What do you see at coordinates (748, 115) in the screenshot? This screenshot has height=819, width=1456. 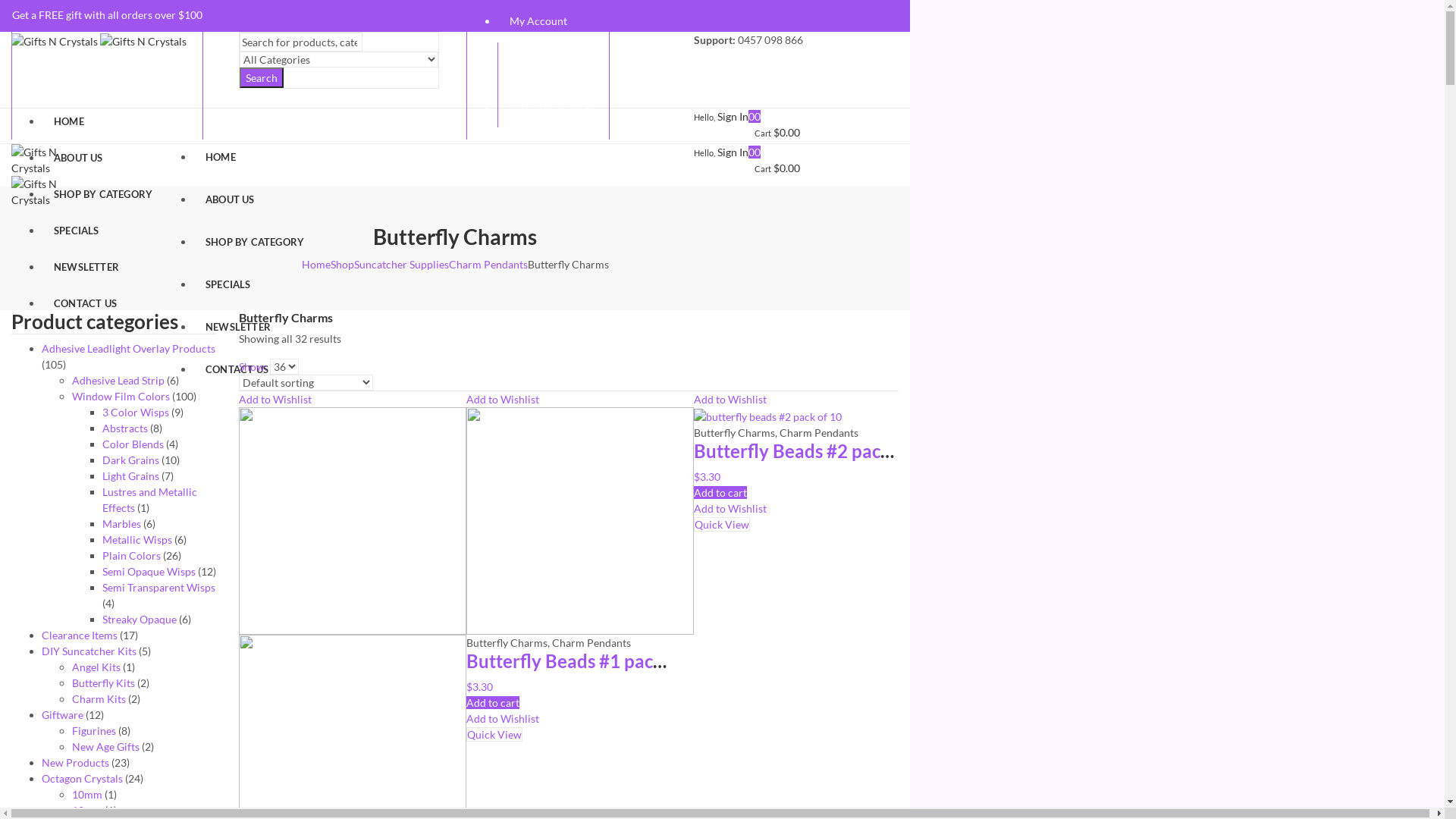 I see `'0'` at bounding box center [748, 115].